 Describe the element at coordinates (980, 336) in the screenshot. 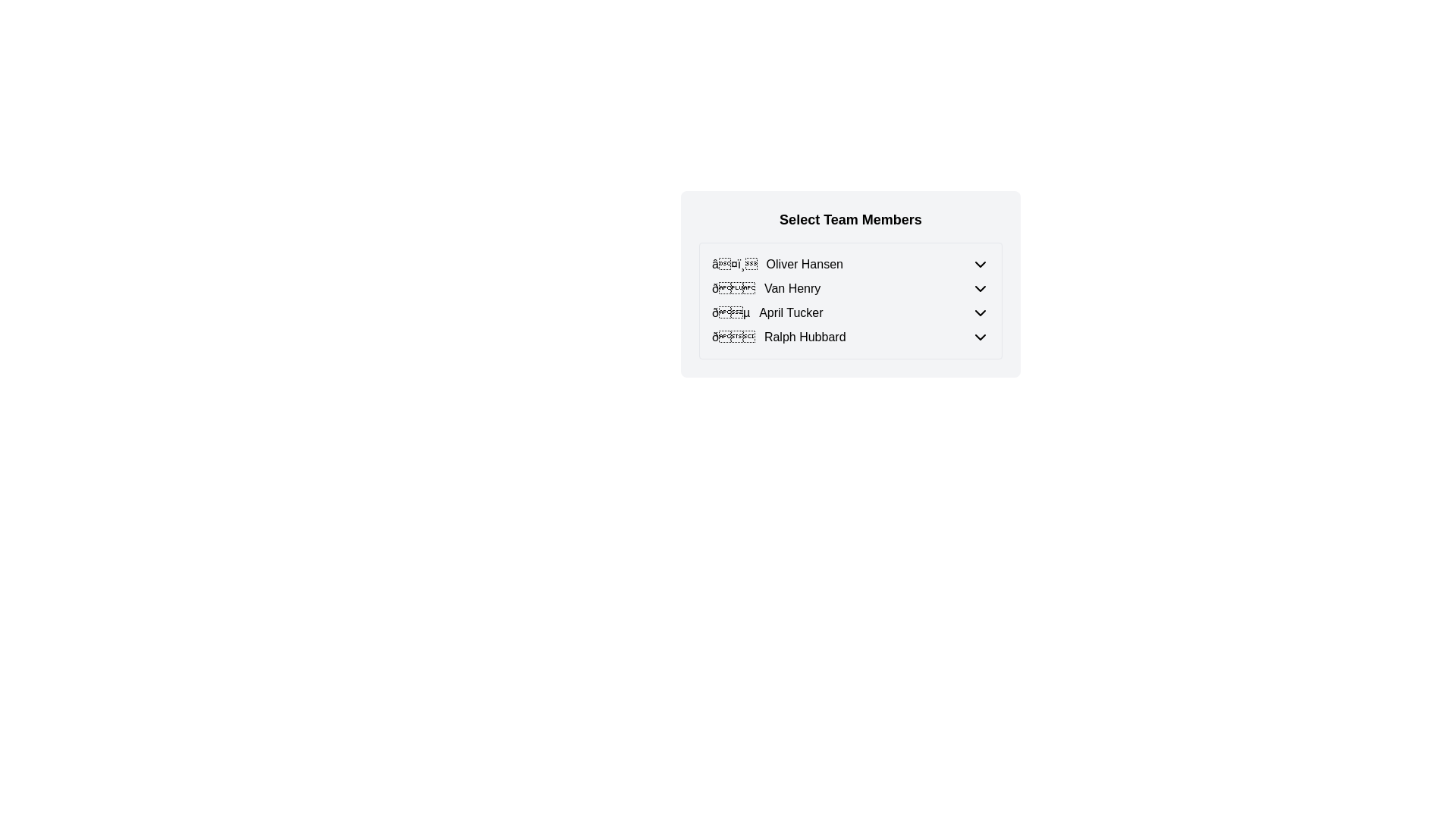

I see `the downward-pointing chevron icon` at that location.